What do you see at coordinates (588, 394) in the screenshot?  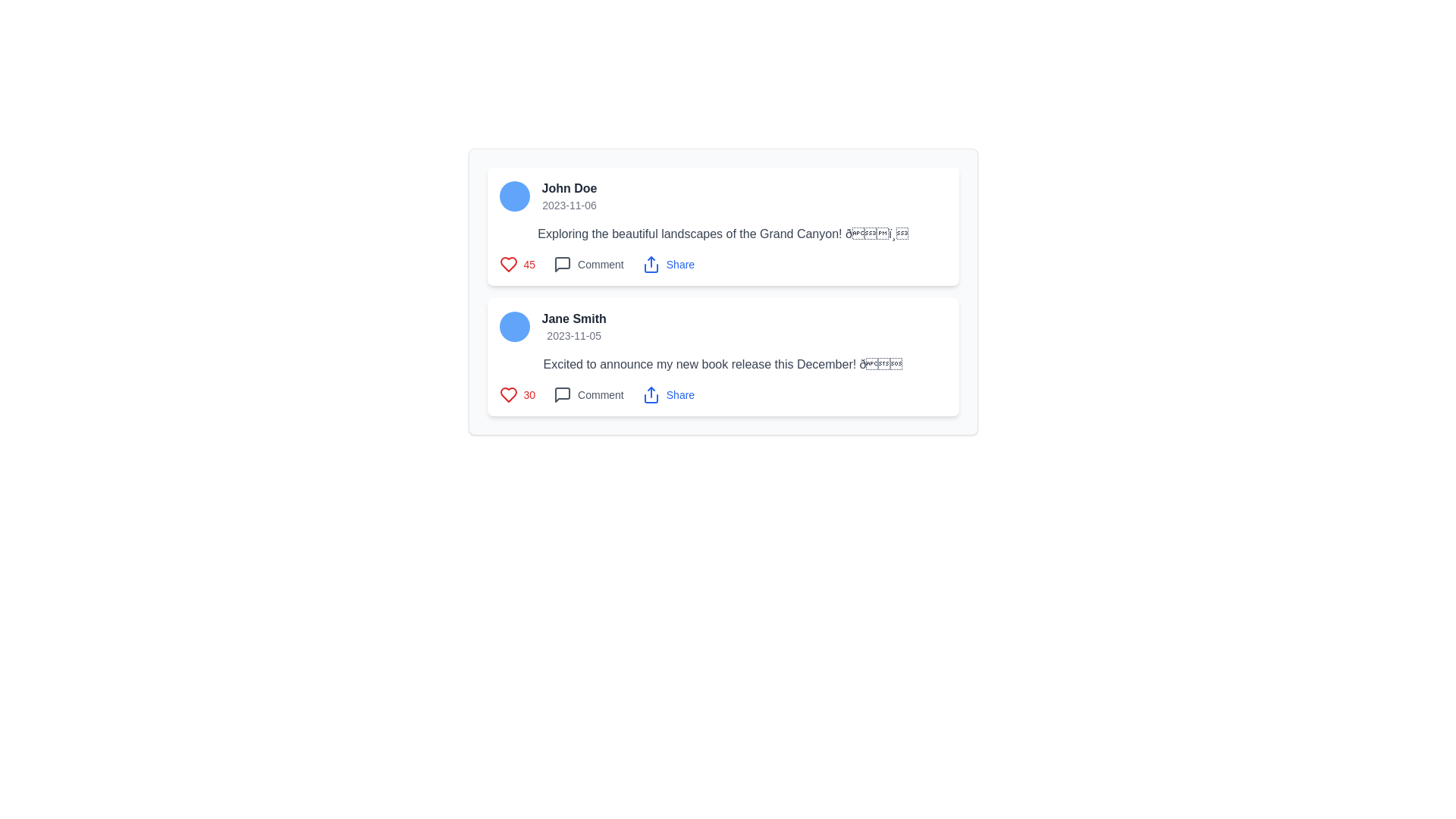 I see `the button with an icon and text description` at bounding box center [588, 394].